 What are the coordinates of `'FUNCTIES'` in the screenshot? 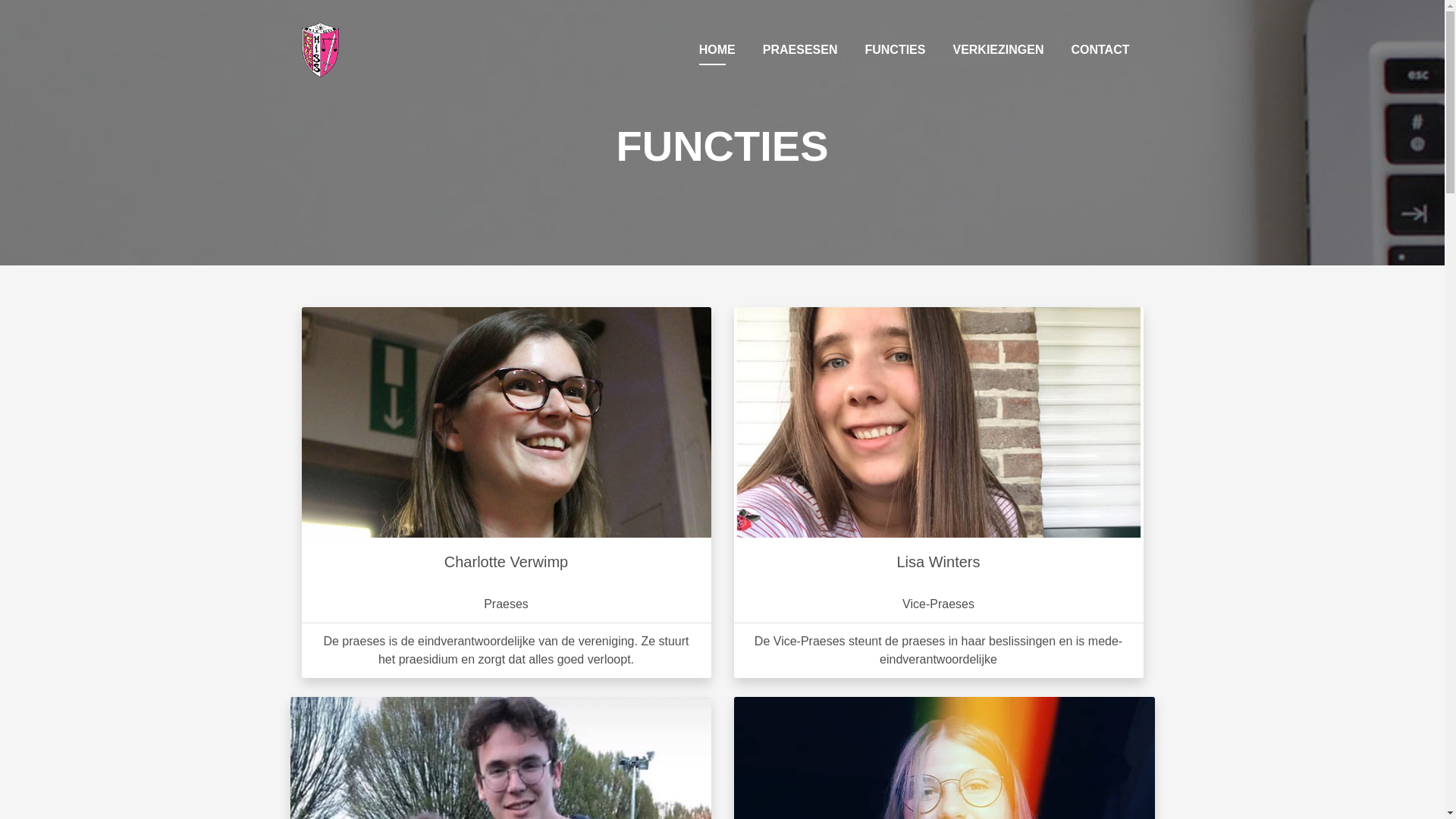 It's located at (858, 49).